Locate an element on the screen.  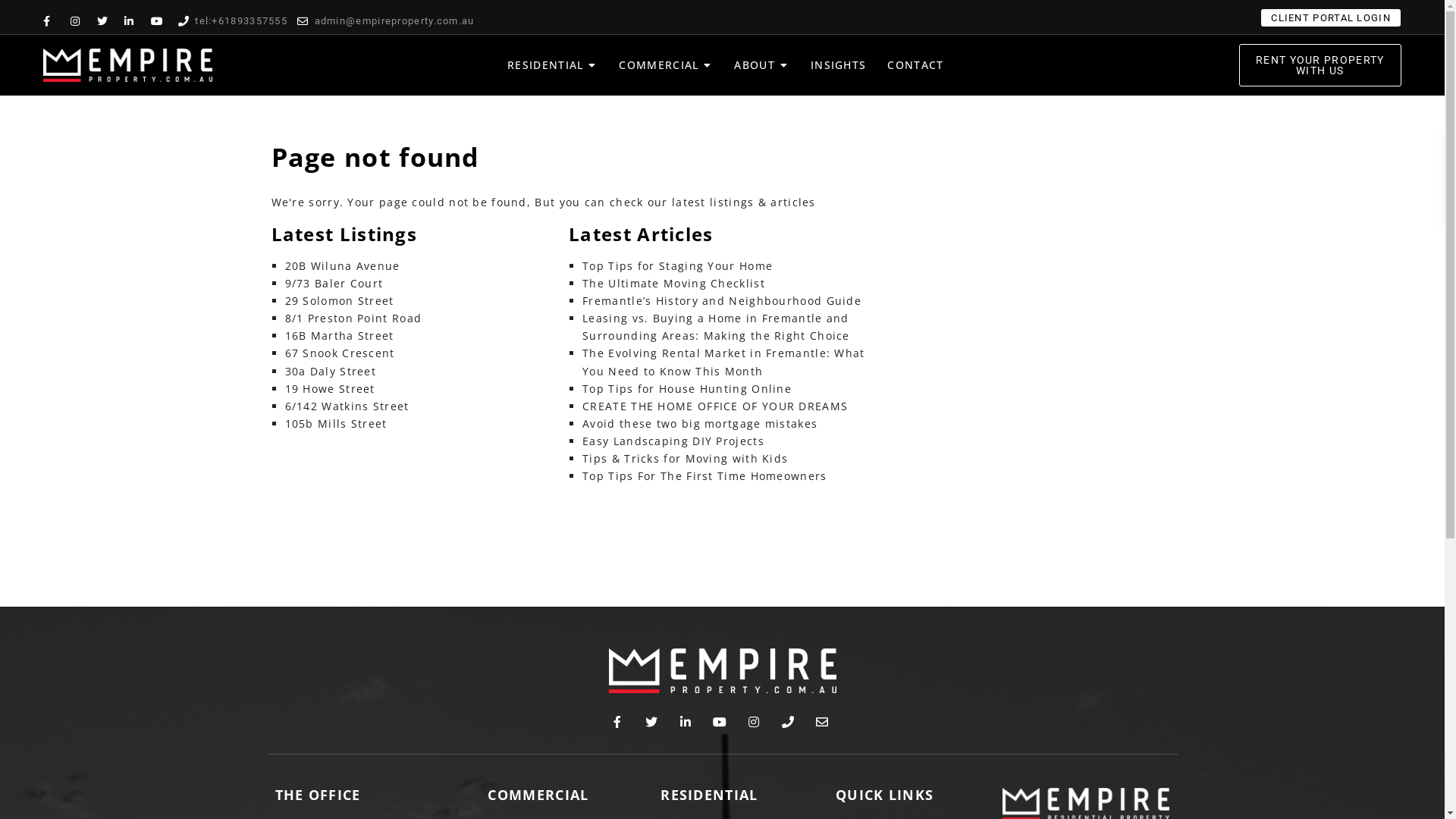
'Top Tips for Staging Your Home' is located at coordinates (676, 265).